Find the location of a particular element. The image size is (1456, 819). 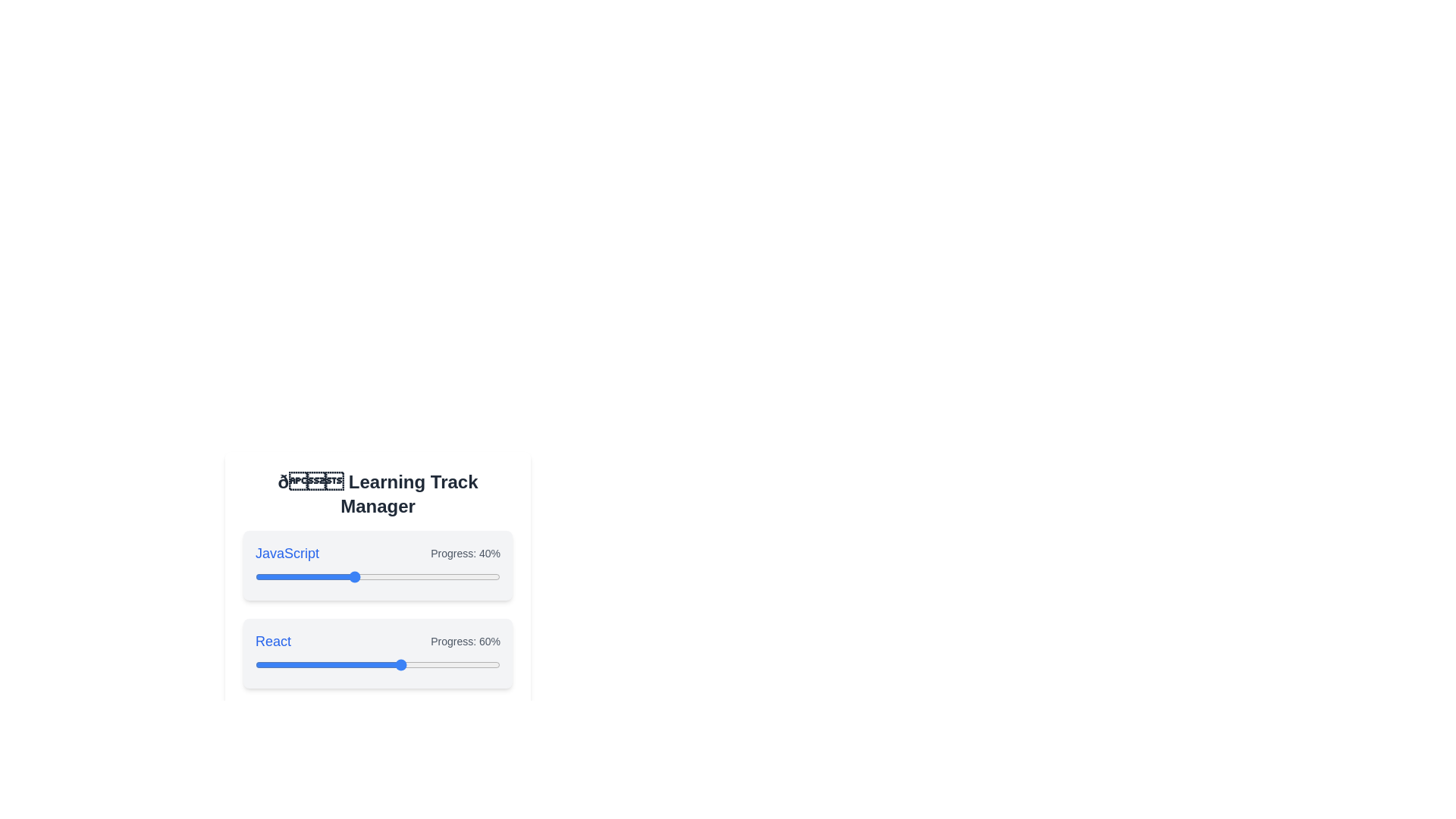

the text label displaying 'Progress: 40%' which is styled in gray and positioned to the right of 'JavaScript' is located at coordinates (465, 553).